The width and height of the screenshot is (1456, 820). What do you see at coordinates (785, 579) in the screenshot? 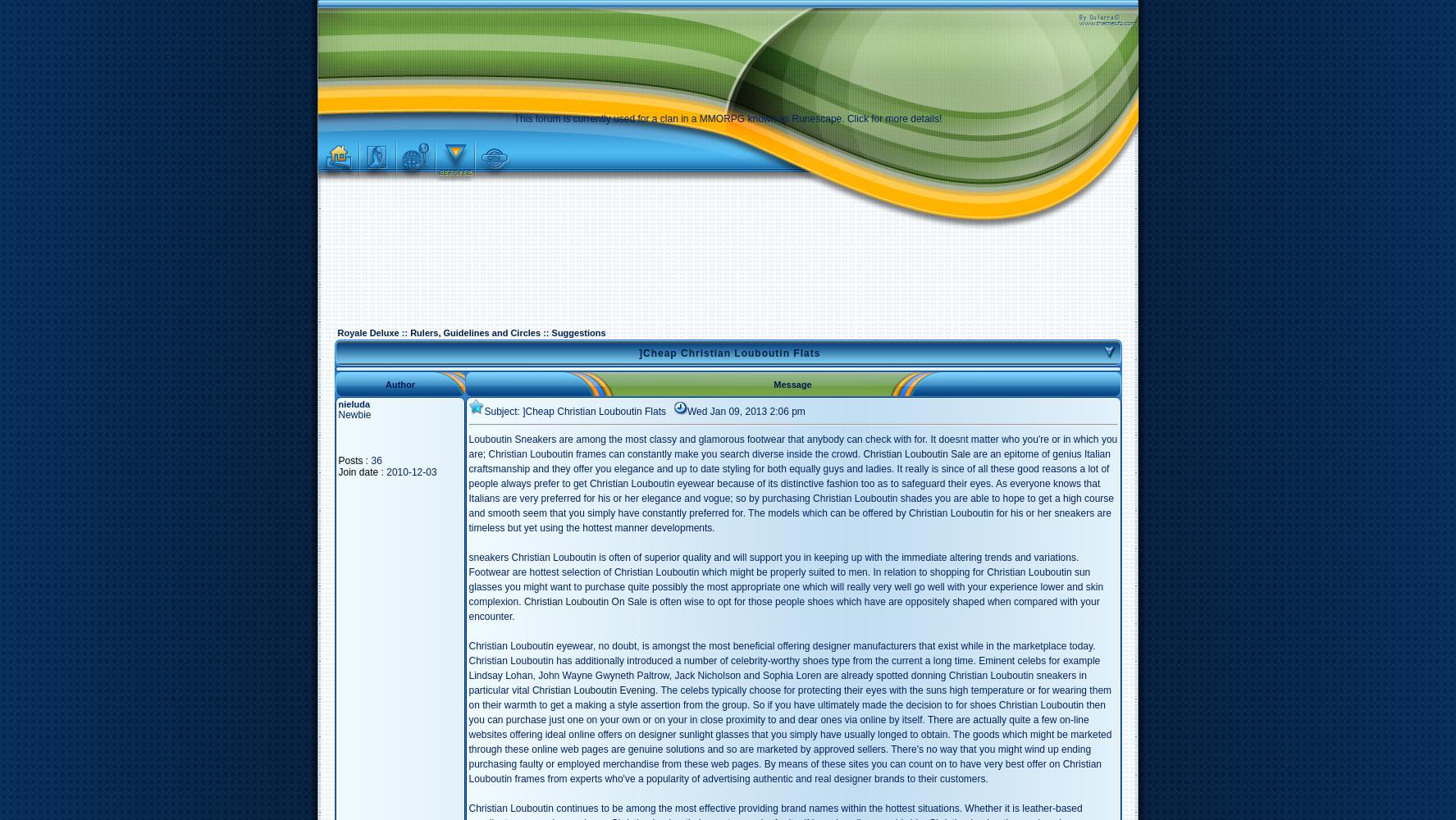
I see `'sneakers Christian Louboutin is often of superior quality and will support you in keeping up with the immediate altering trends and variations. Footwear are hottest selection of Christian Louboutin which might be properly suited to men. In relation to shopping for Christian Louboutin sun glasses you might want to purchase quite possibly the most appropriate one which will really very well go well with your experience lower and skin complexion.'` at bounding box center [785, 579].